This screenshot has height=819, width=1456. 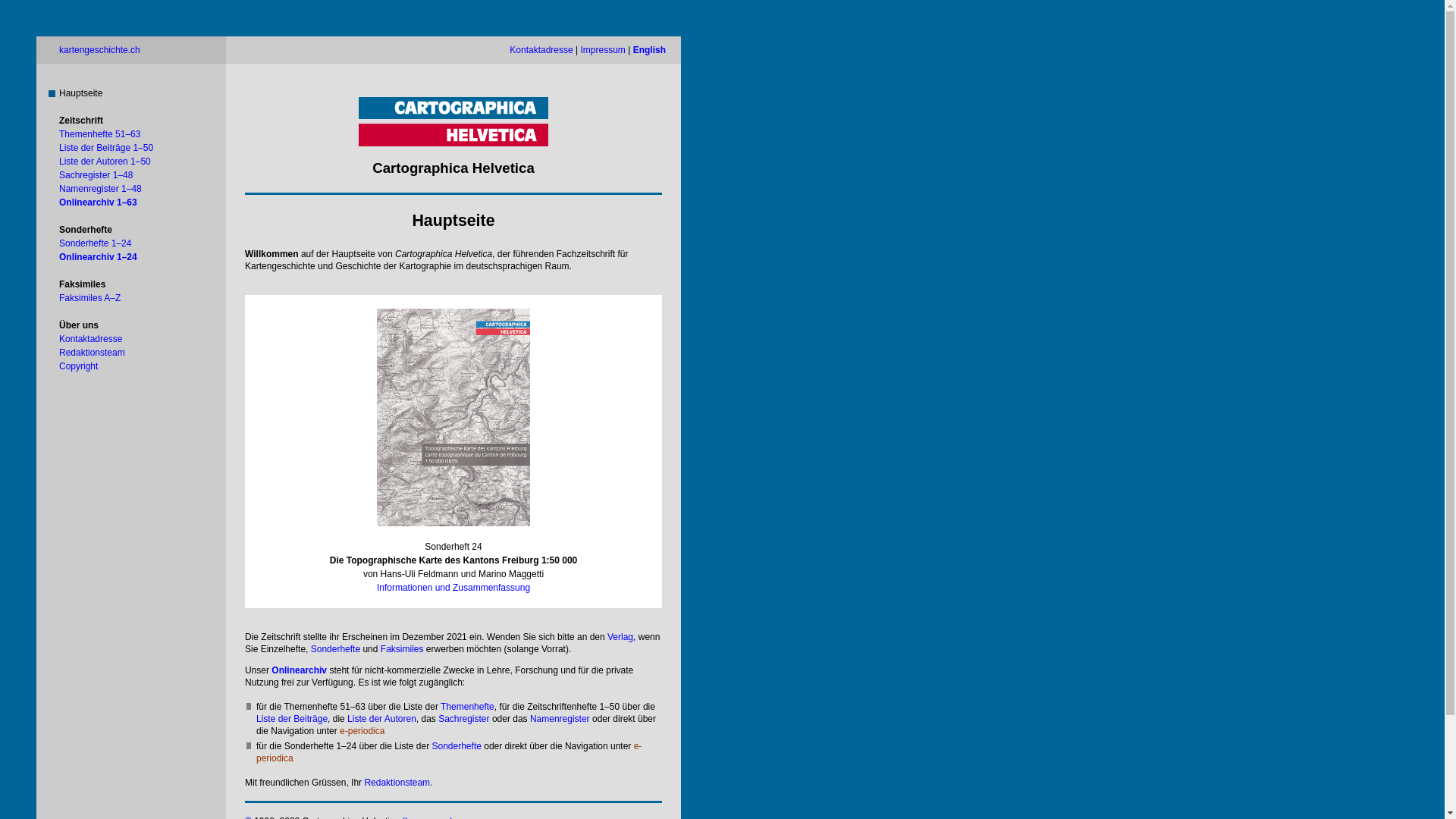 What do you see at coordinates (402, 648) in the screenshot?
I see `'Faksimiles'` at bounding box center [402, 648].